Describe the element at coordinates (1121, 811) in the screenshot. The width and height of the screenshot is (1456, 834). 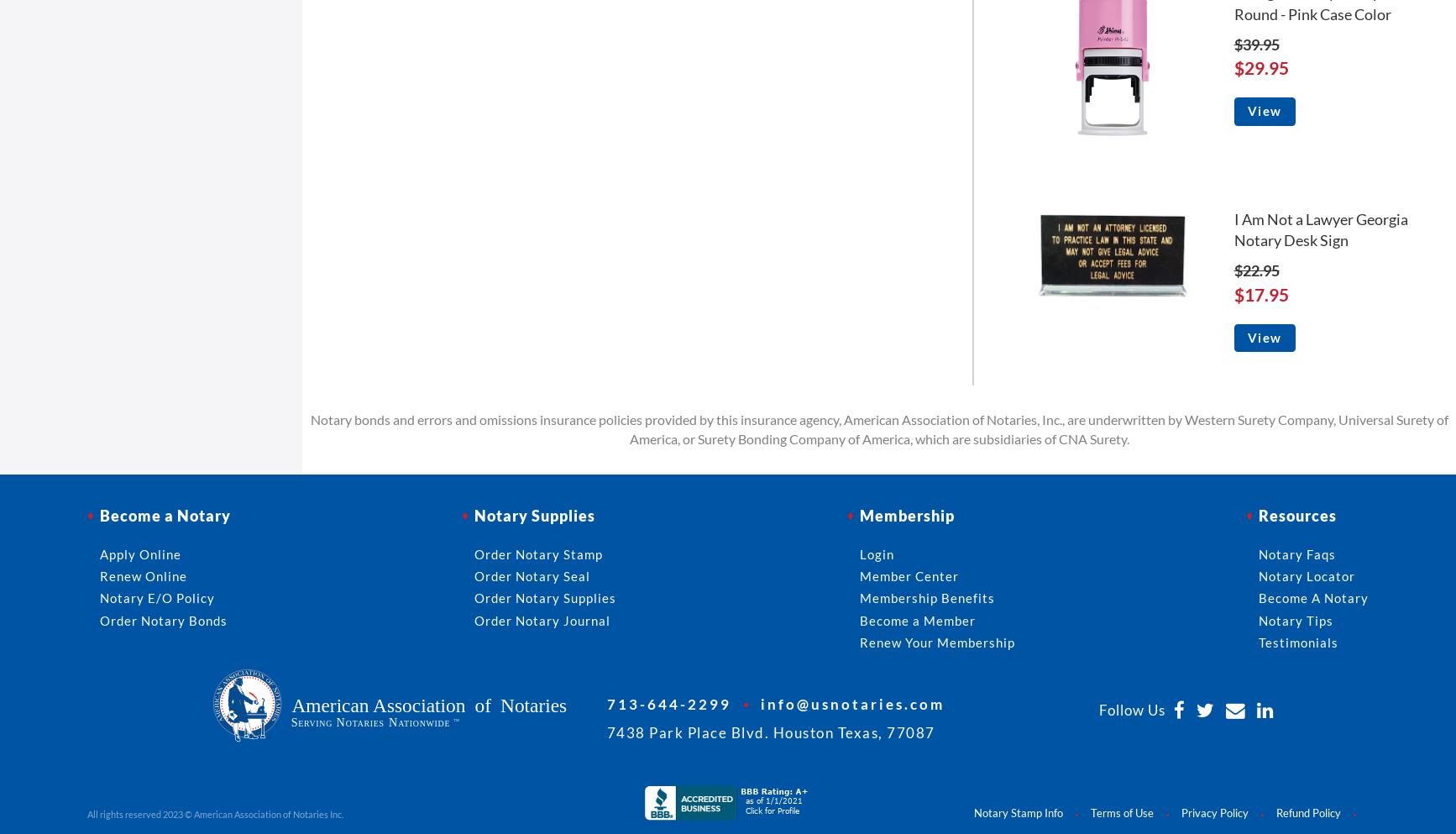
I see `'Terms of Use'` at that location.